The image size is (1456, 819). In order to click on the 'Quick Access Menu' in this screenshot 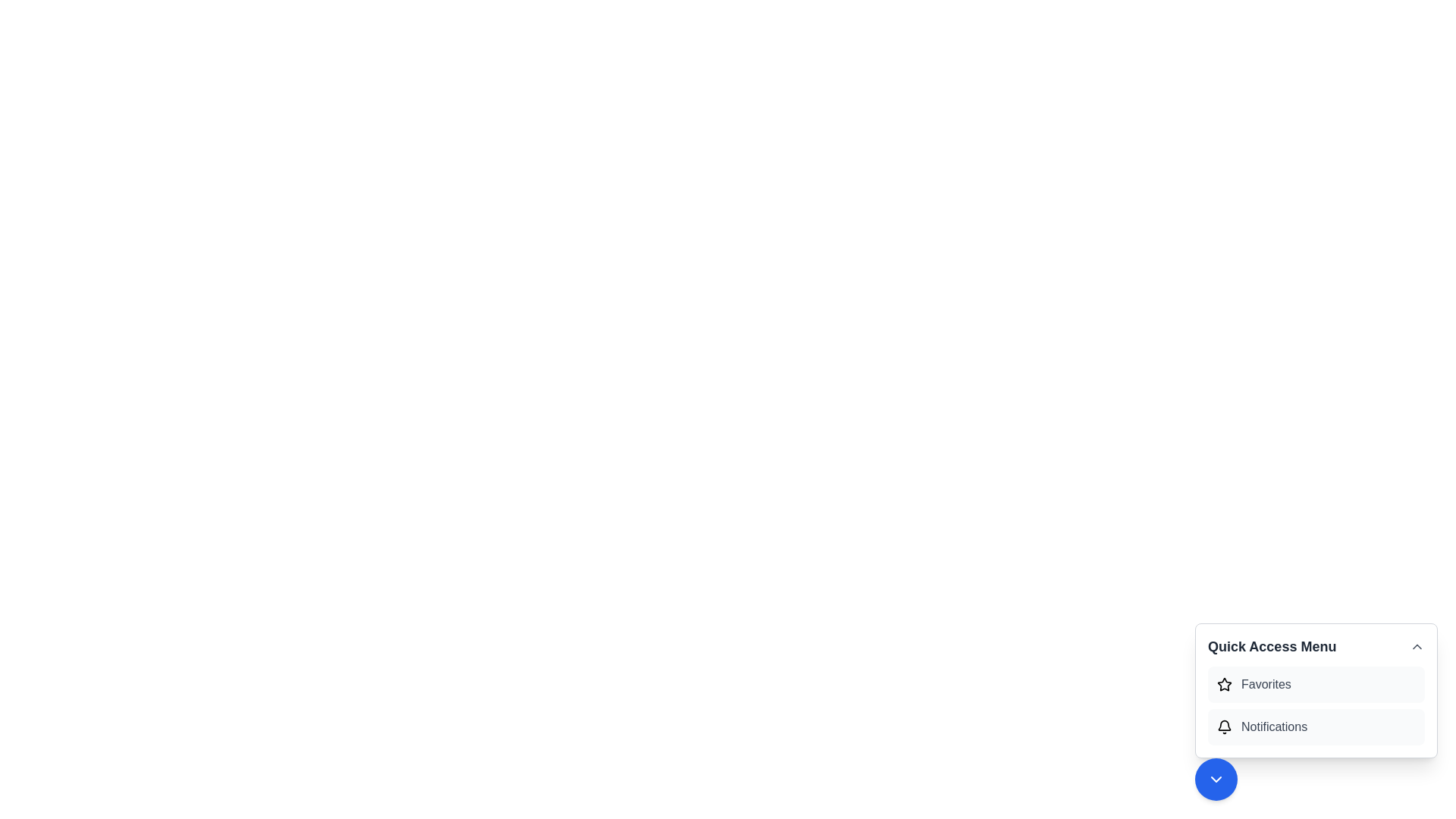, I will do `click(1316, 690)`.